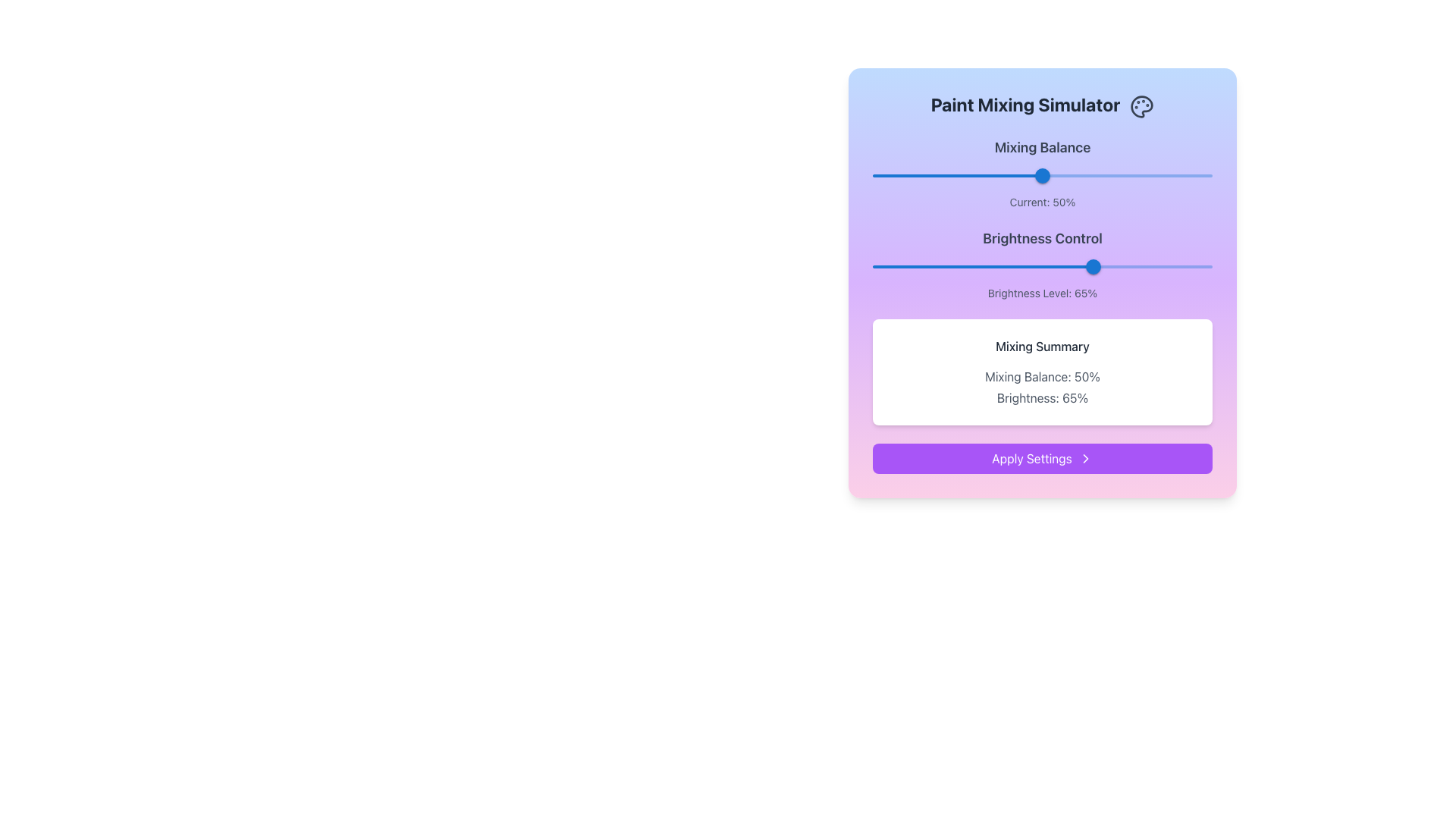  I want to click on the thumb of the slider labeled 'Current: 50%' under the 'Mixing Balance' section, so click(1041, 172).